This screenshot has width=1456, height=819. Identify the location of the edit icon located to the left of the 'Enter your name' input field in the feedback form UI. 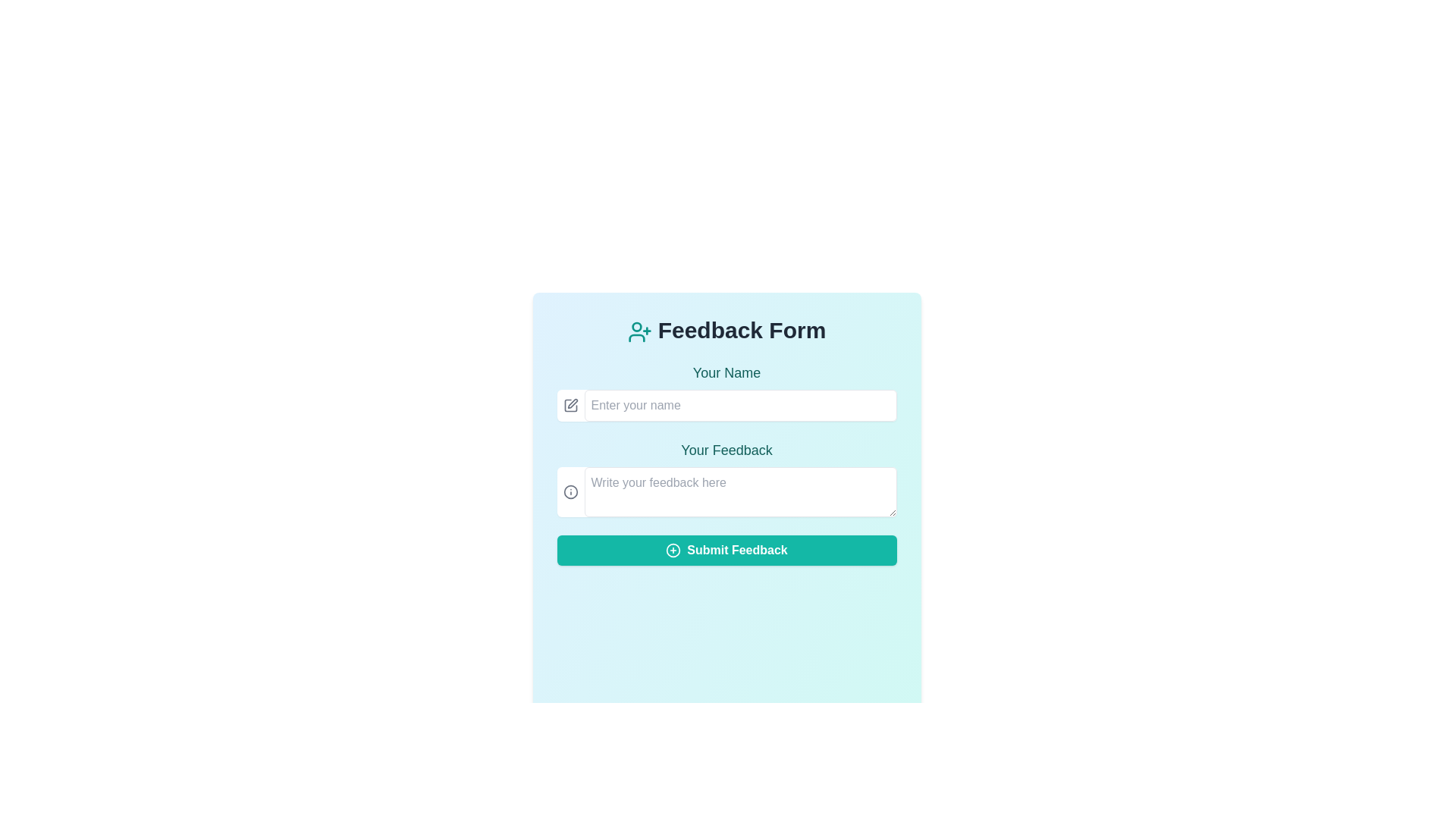
(570, 405).